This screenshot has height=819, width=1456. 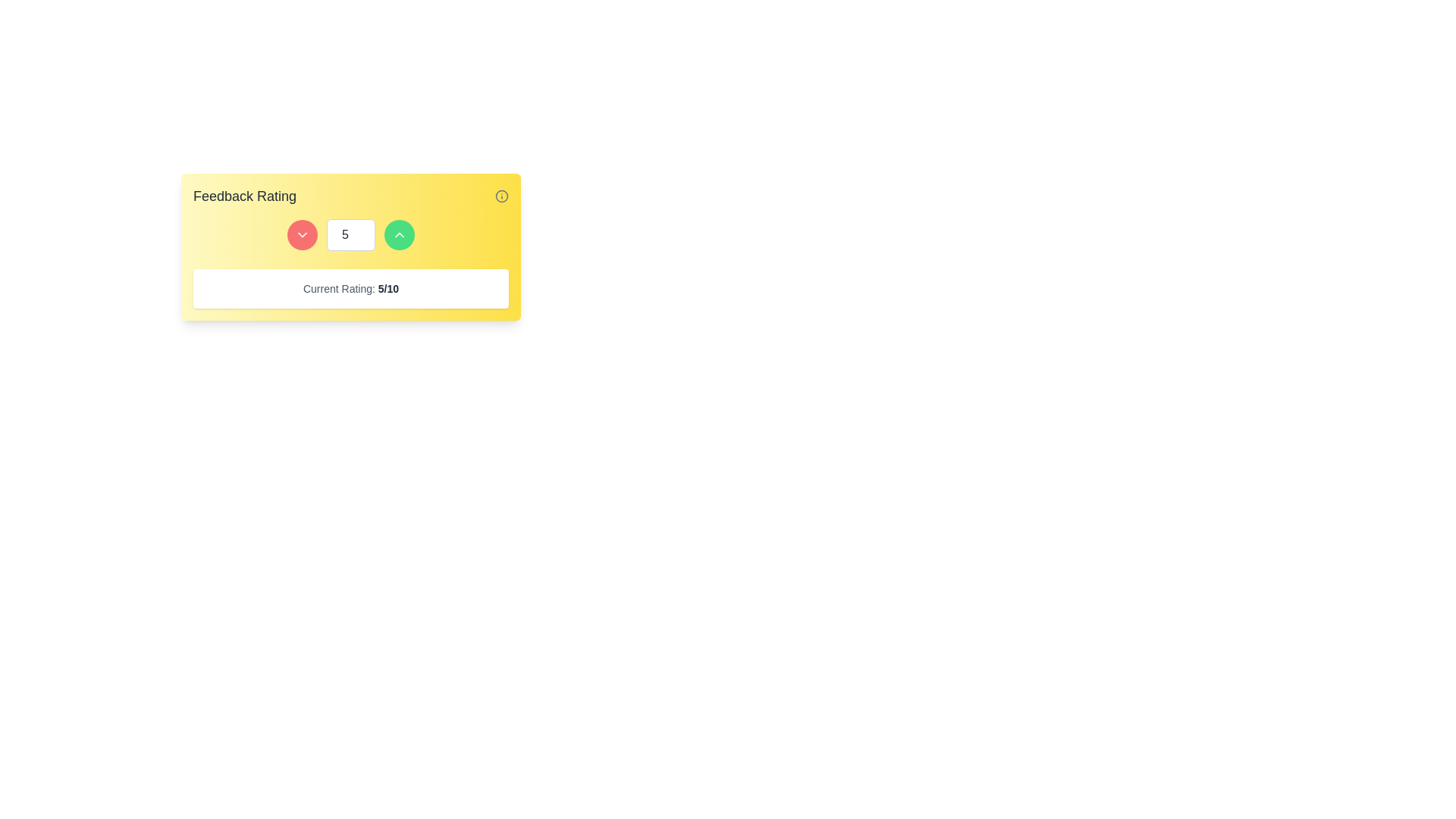 What do you see at coordinates (302, 234) in the screenshot?
I see `the small downward-facing chevron icon inside the circular red button located to the left of the numeric input field under the 'Feedback Rating' panel to decrease the rating` at bounding box center [302, 234].